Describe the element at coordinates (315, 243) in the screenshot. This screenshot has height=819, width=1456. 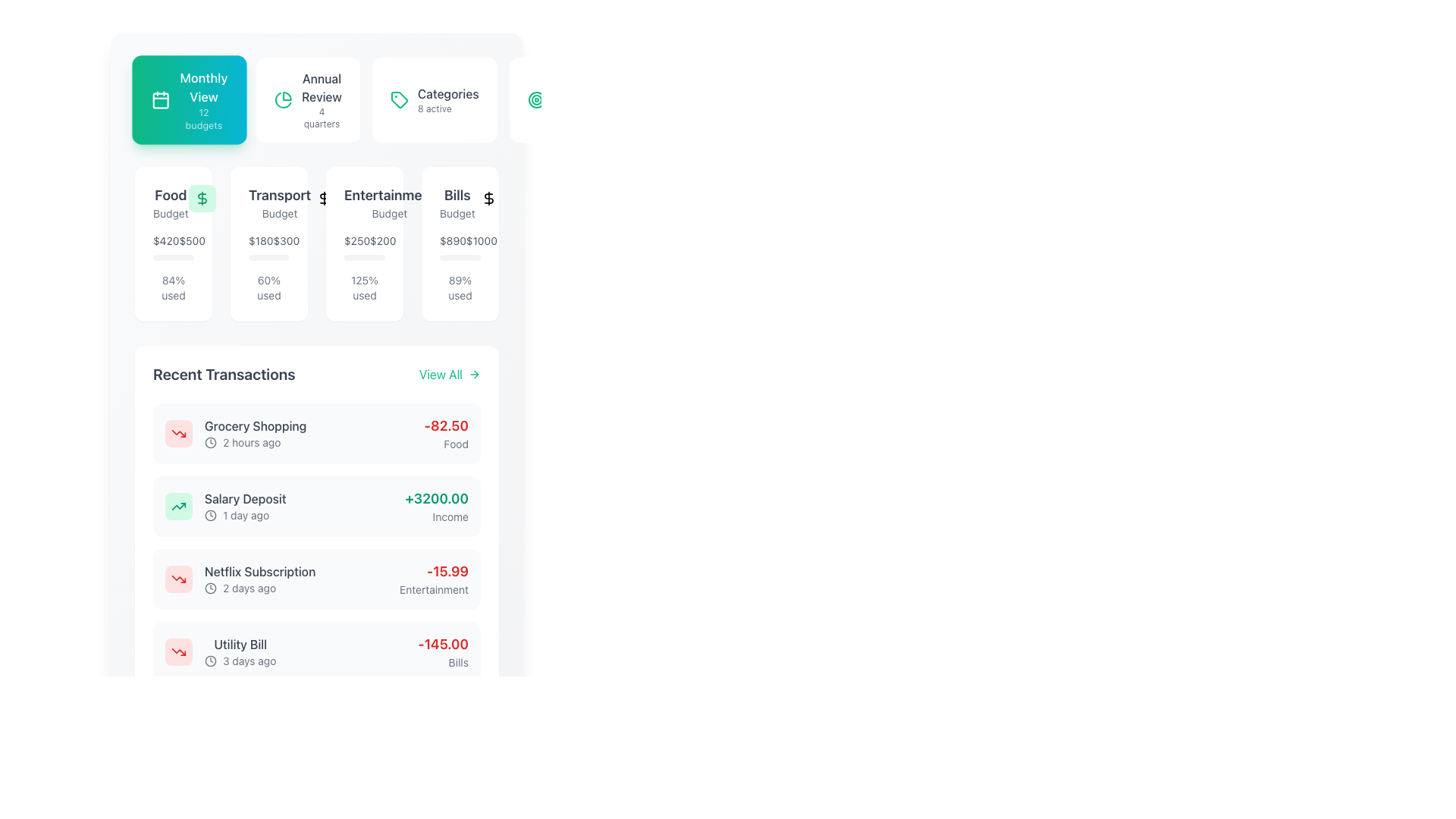
I see `budget data displayed in the 'Transport' column of the grid, which shows allocated budget, current usage, and percentage used` at that location.